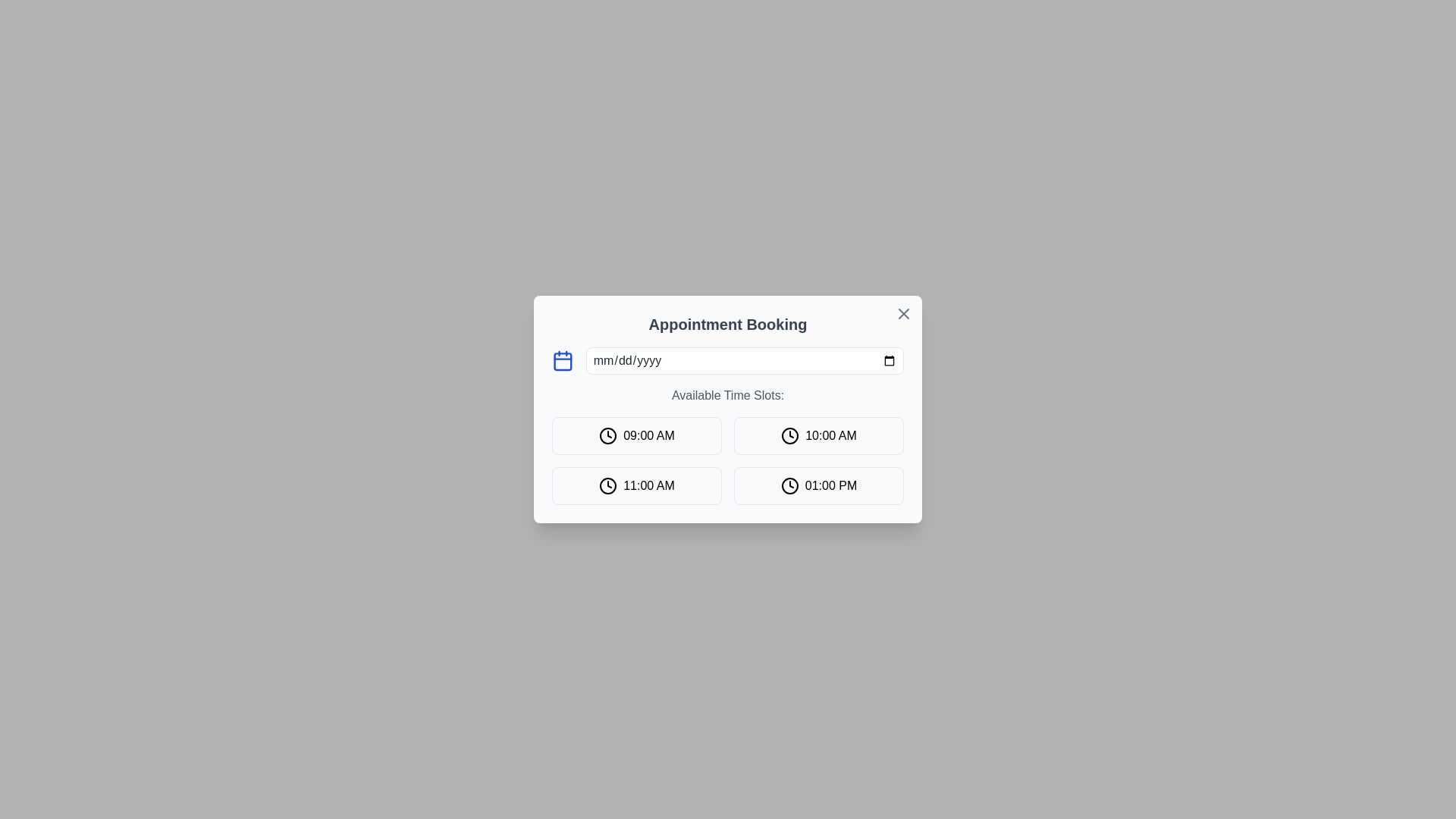 This screenshot has height=819, width=1456. What do you see at coordinates (562, 362) in the screenshot?
I see `the rectangular calendar icon element with rounded corners located at the top-left of the Appointment Booking interface, which is aligned with the date input field and above the time slots section` at bounding box center [562, 362].